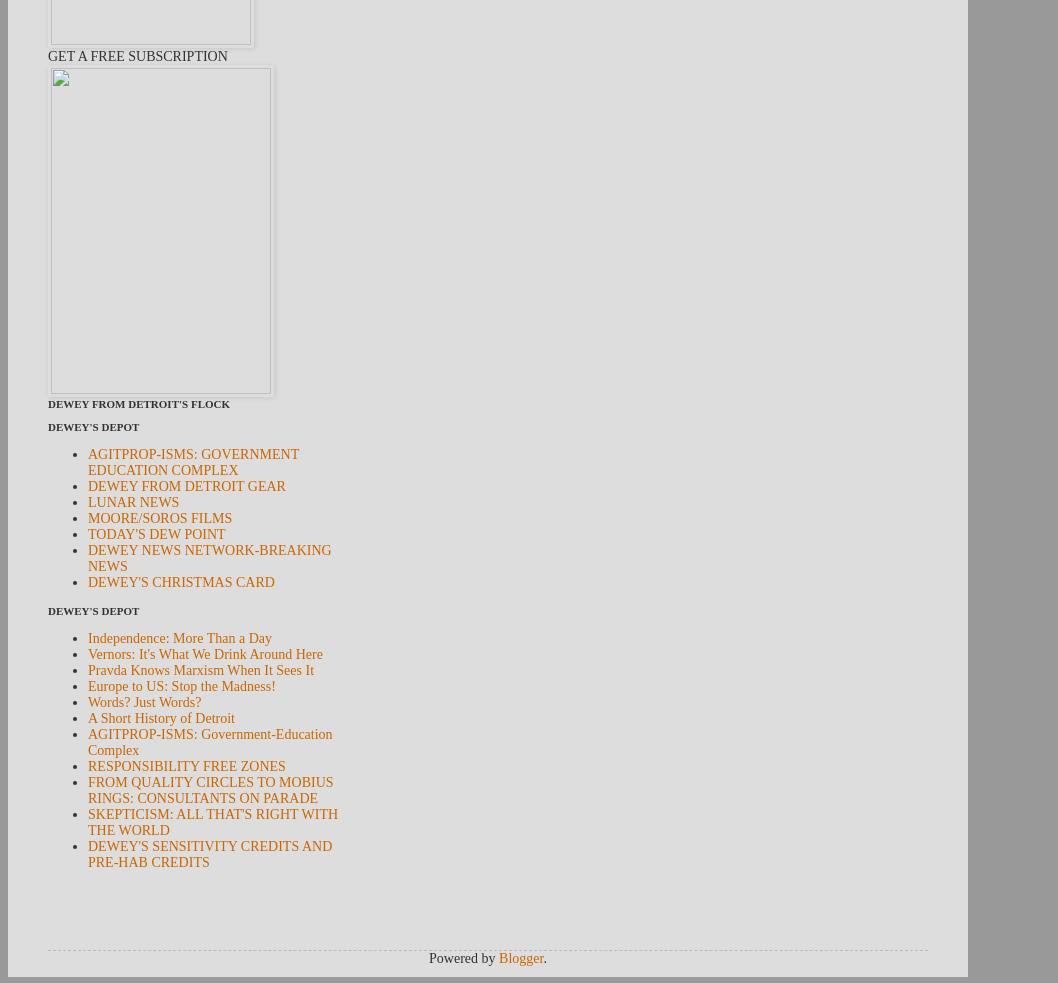 The height and width of the screenshot is (983, 1058). Describe the element at coordinates (160, 717) in the screenshot. I see `'A Short History of Detroit'` at that location.